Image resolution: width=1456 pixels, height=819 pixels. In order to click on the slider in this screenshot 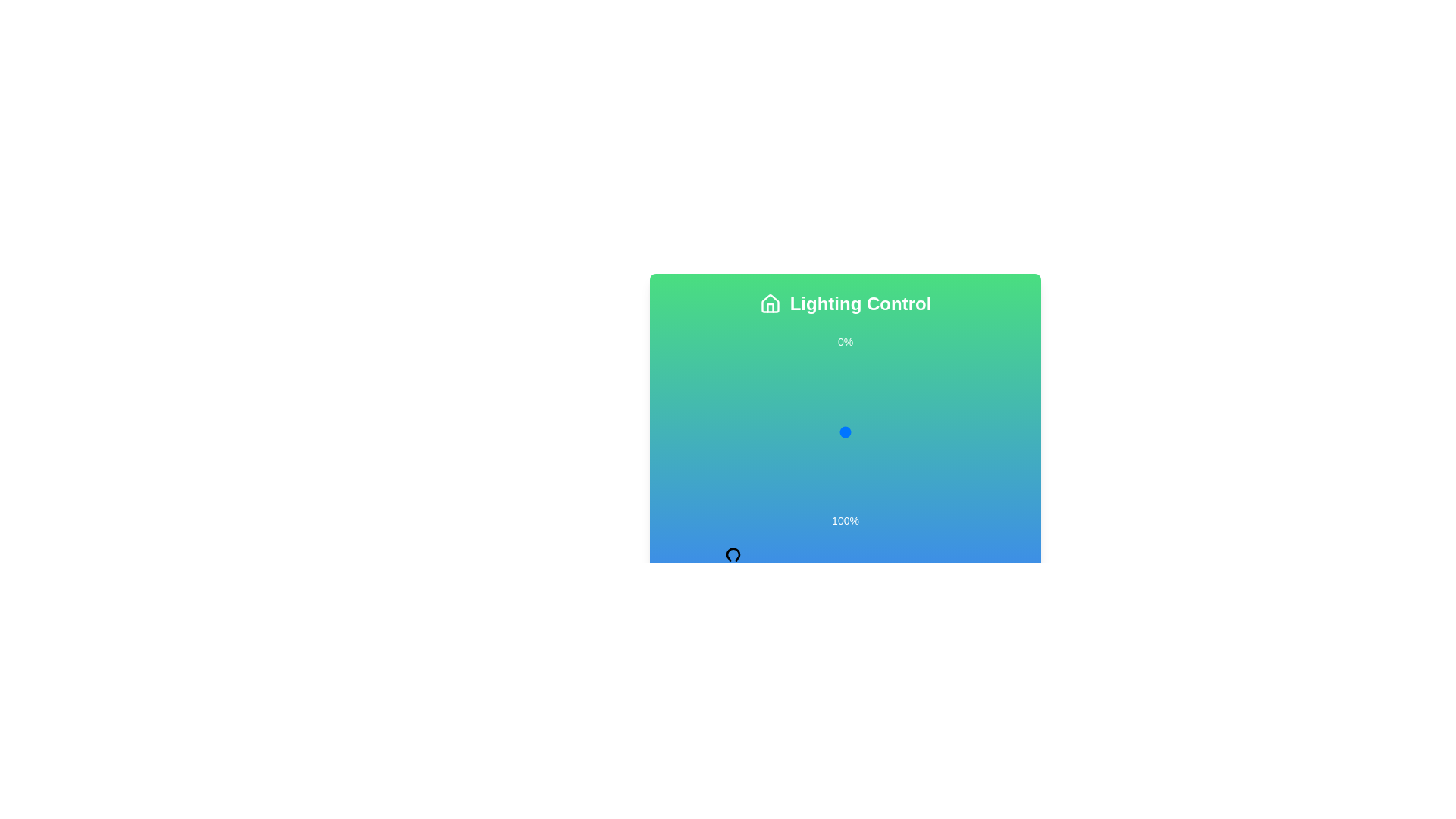, I will do `click(844, 428)`.